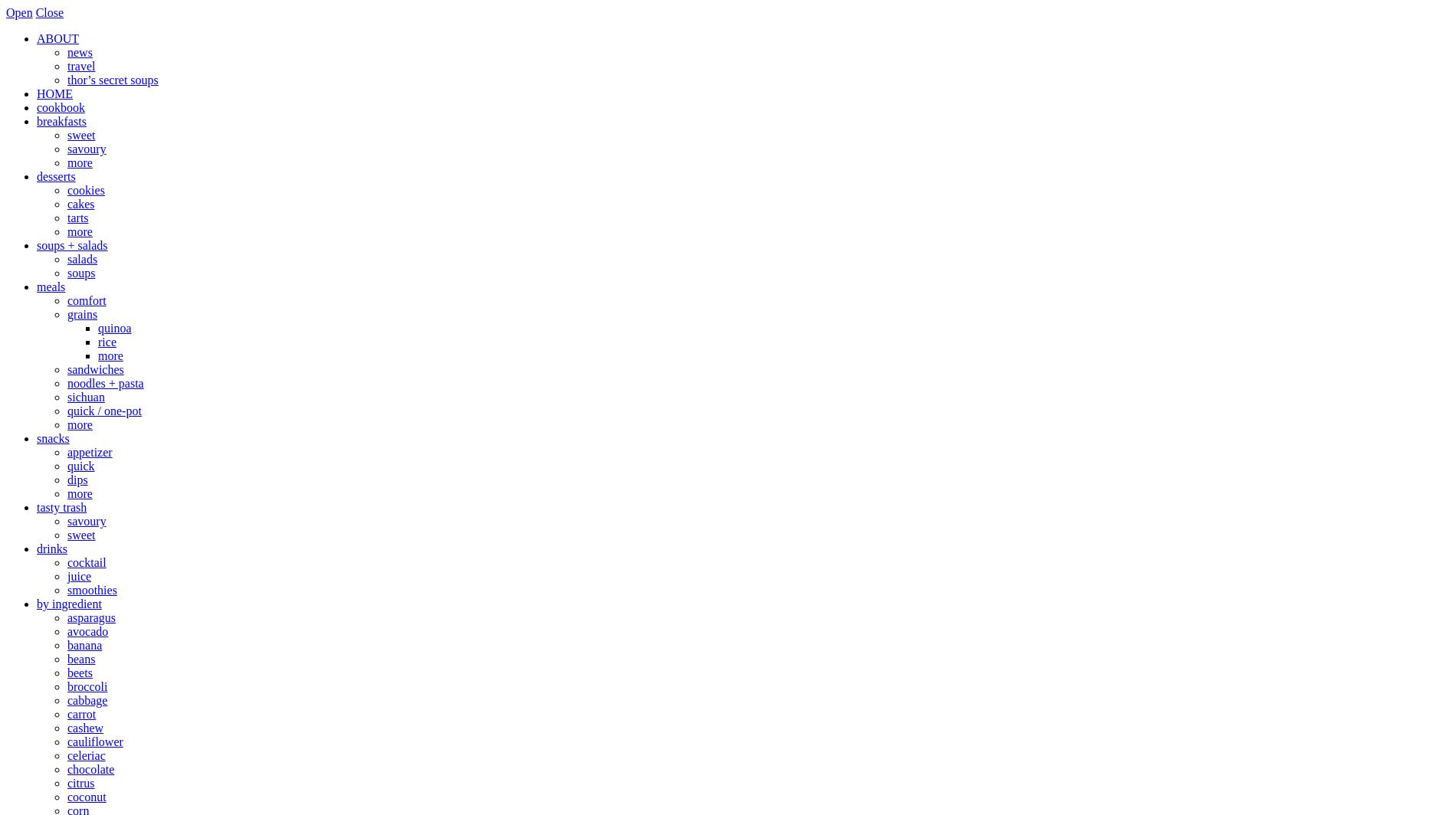 The height and width of the screenshot is (815, 1456). Describe the element at coordinates (81, 714) in the screenshot. I see `'carrot'` at that location.